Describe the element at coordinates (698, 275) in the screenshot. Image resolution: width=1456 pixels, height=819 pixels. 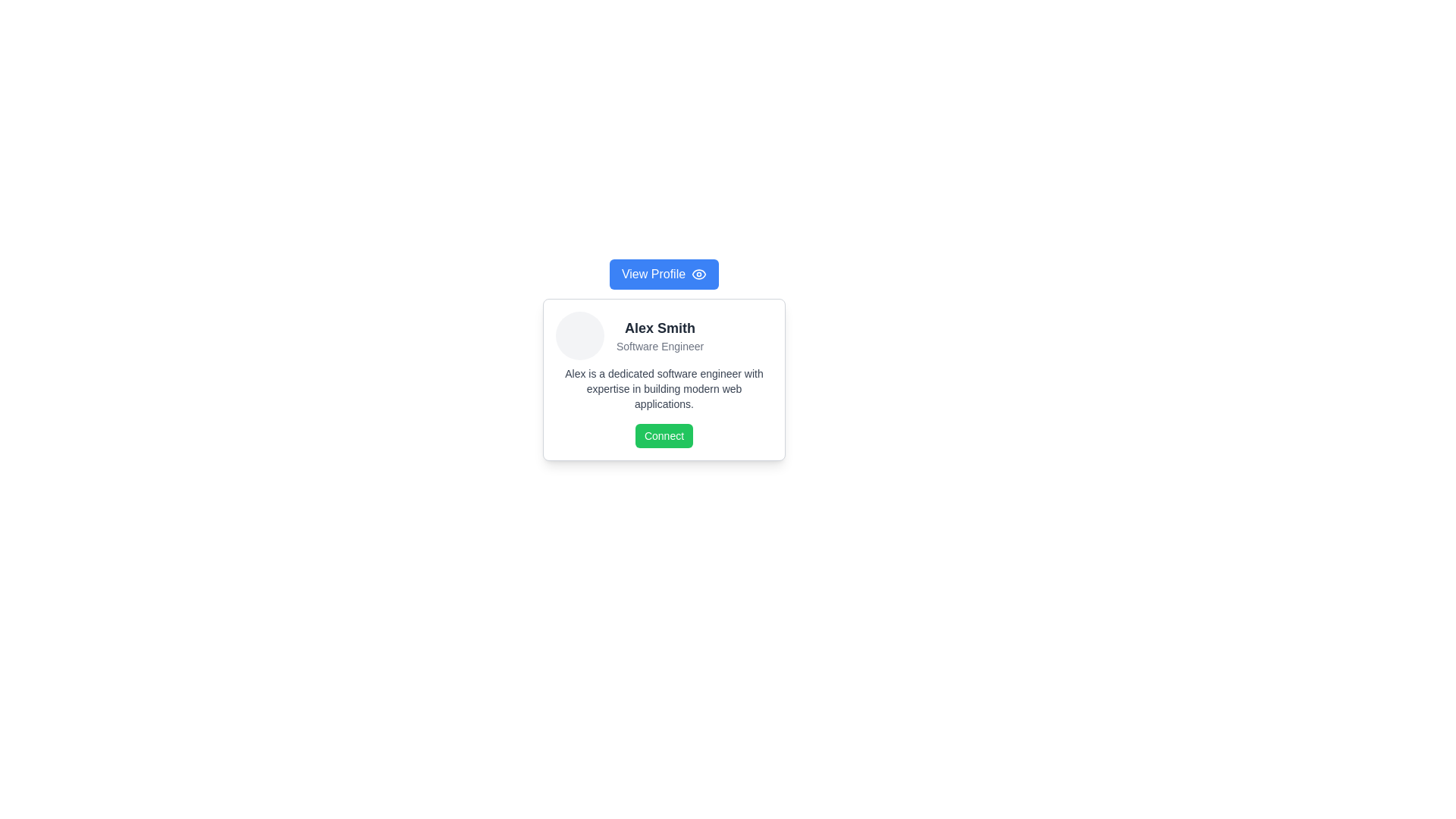
I see `the eye icon that is styled in blue and located to the right of the 'View Profile' button` at that location.